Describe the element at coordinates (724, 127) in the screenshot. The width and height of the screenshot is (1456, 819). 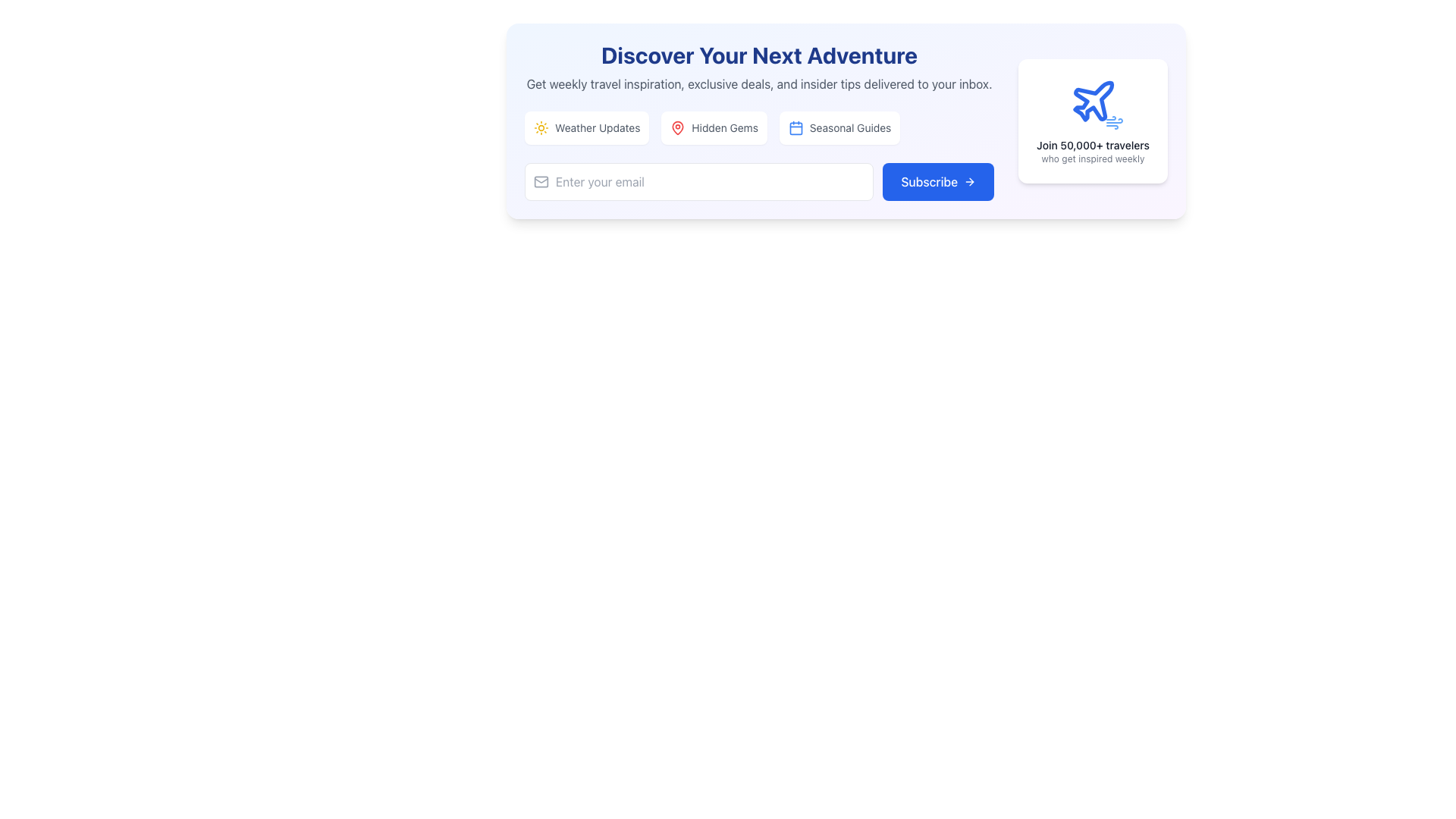
I see `the second text label representing a category or topic selection option, which is located within a white box with rounded corners and has a red pin icon to its left` at that location.